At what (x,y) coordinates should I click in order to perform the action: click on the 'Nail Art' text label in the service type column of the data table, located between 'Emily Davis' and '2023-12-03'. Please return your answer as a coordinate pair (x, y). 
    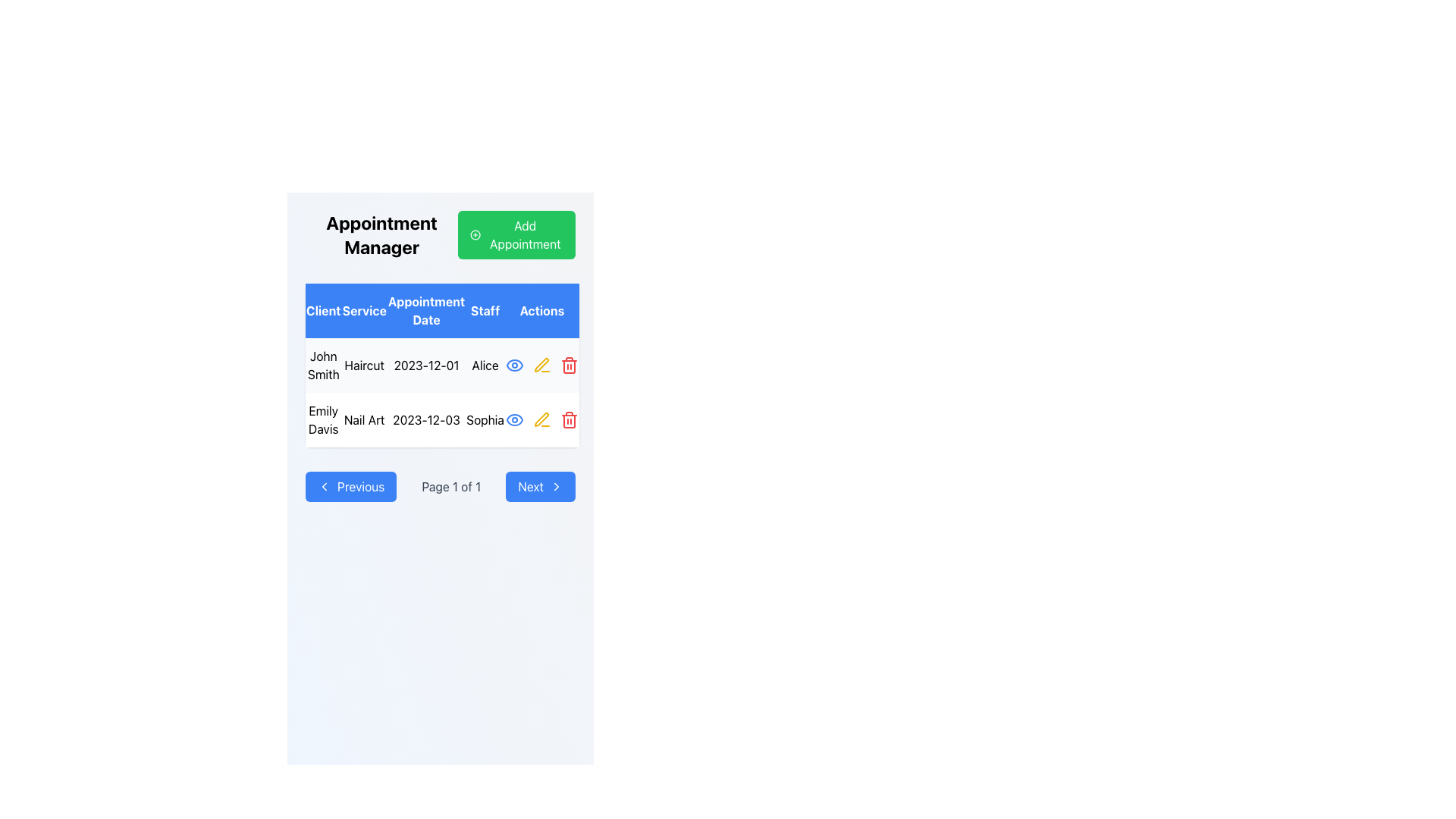
    Looking at the image, I should click on (364, 420).